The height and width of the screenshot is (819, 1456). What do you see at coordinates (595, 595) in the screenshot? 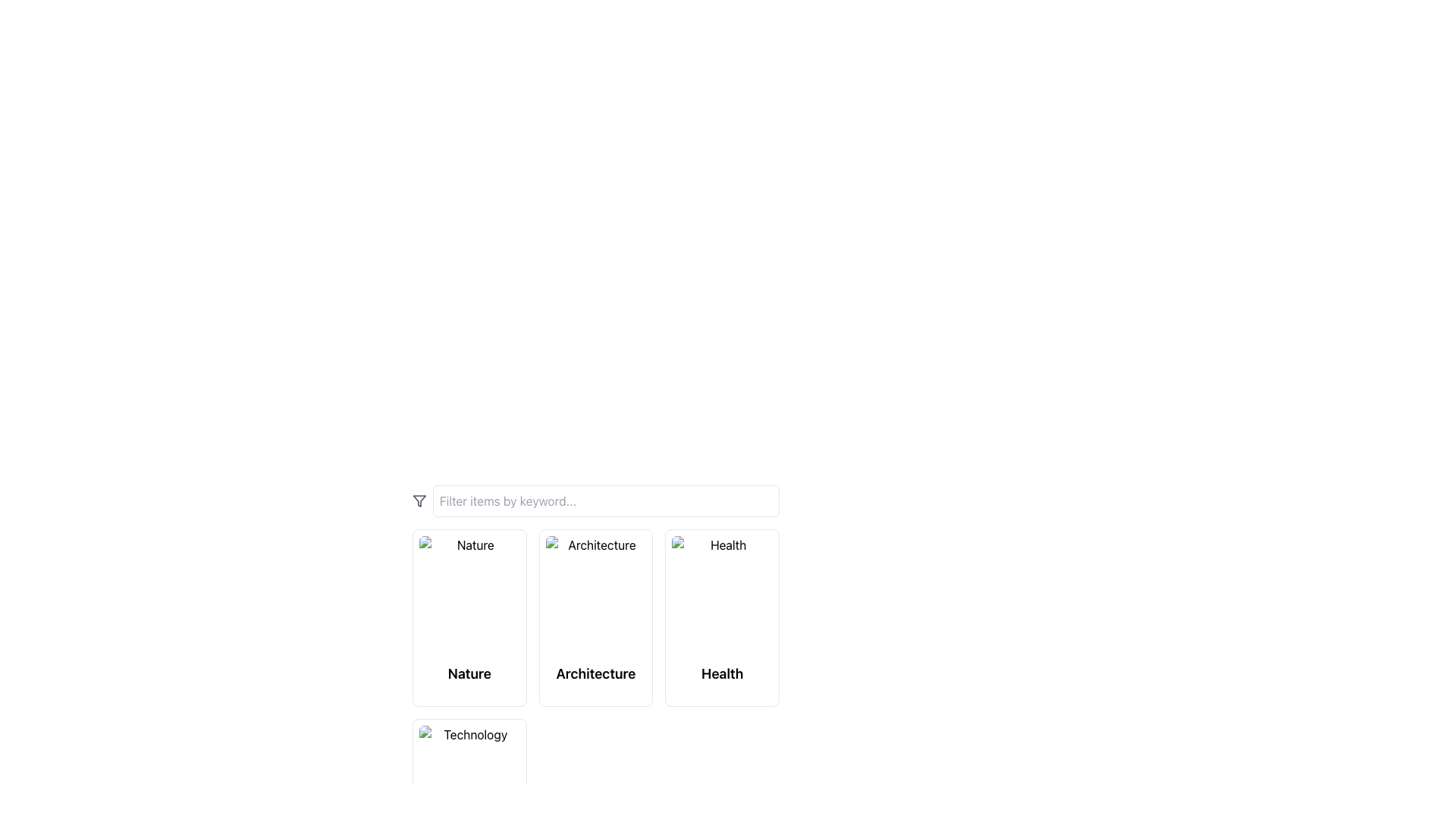
I see `the image representing the 'Architecture' theme, which is the topmost element in the second column of the grid layout` at bounding box center [595, 595].